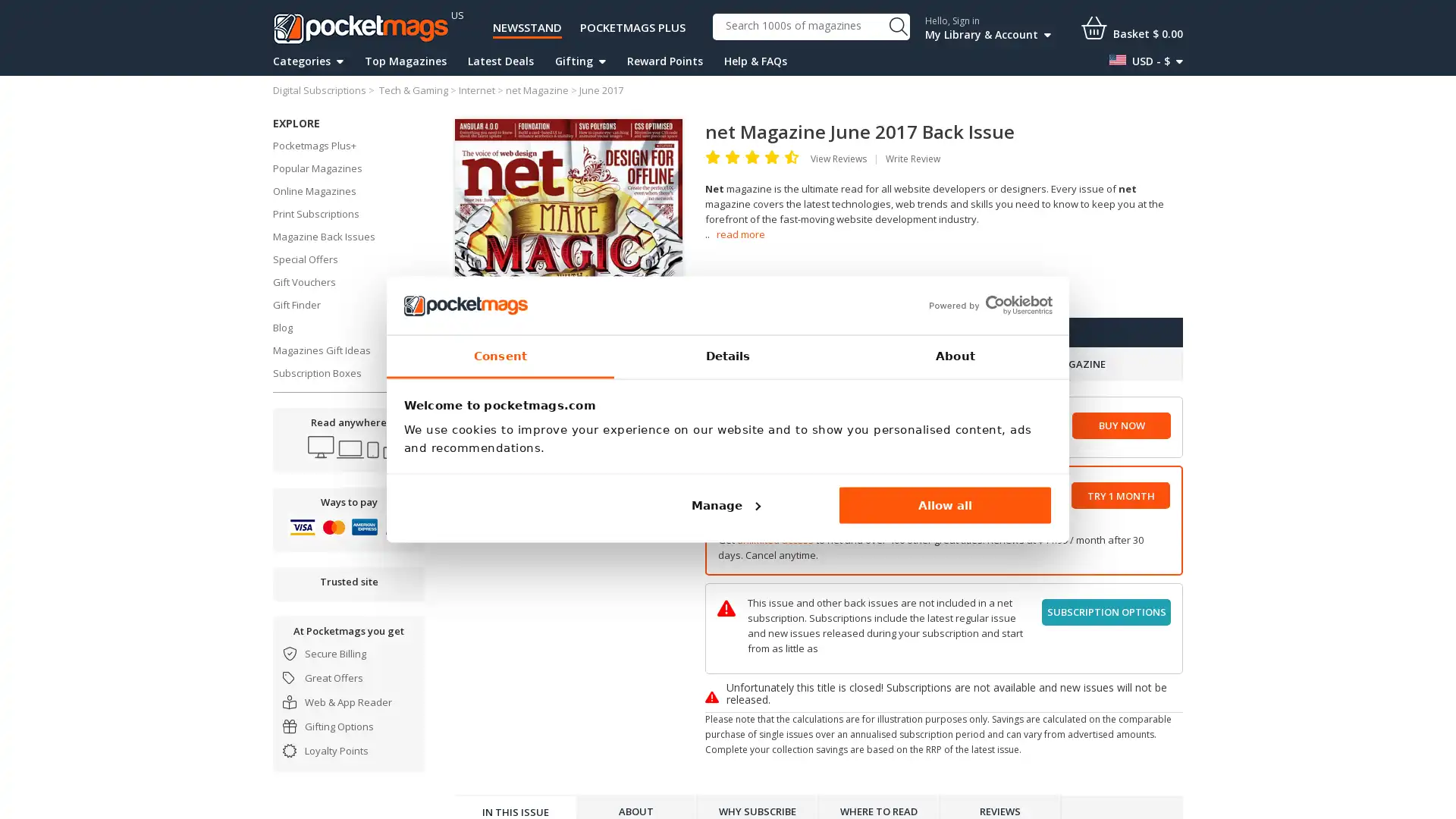 The height and width of the screenshot is (819, 1456). What do you see at coordinates (1121, 495) in the screenshot?
I see `Try 1 month` at bounding box center [1121, 495].